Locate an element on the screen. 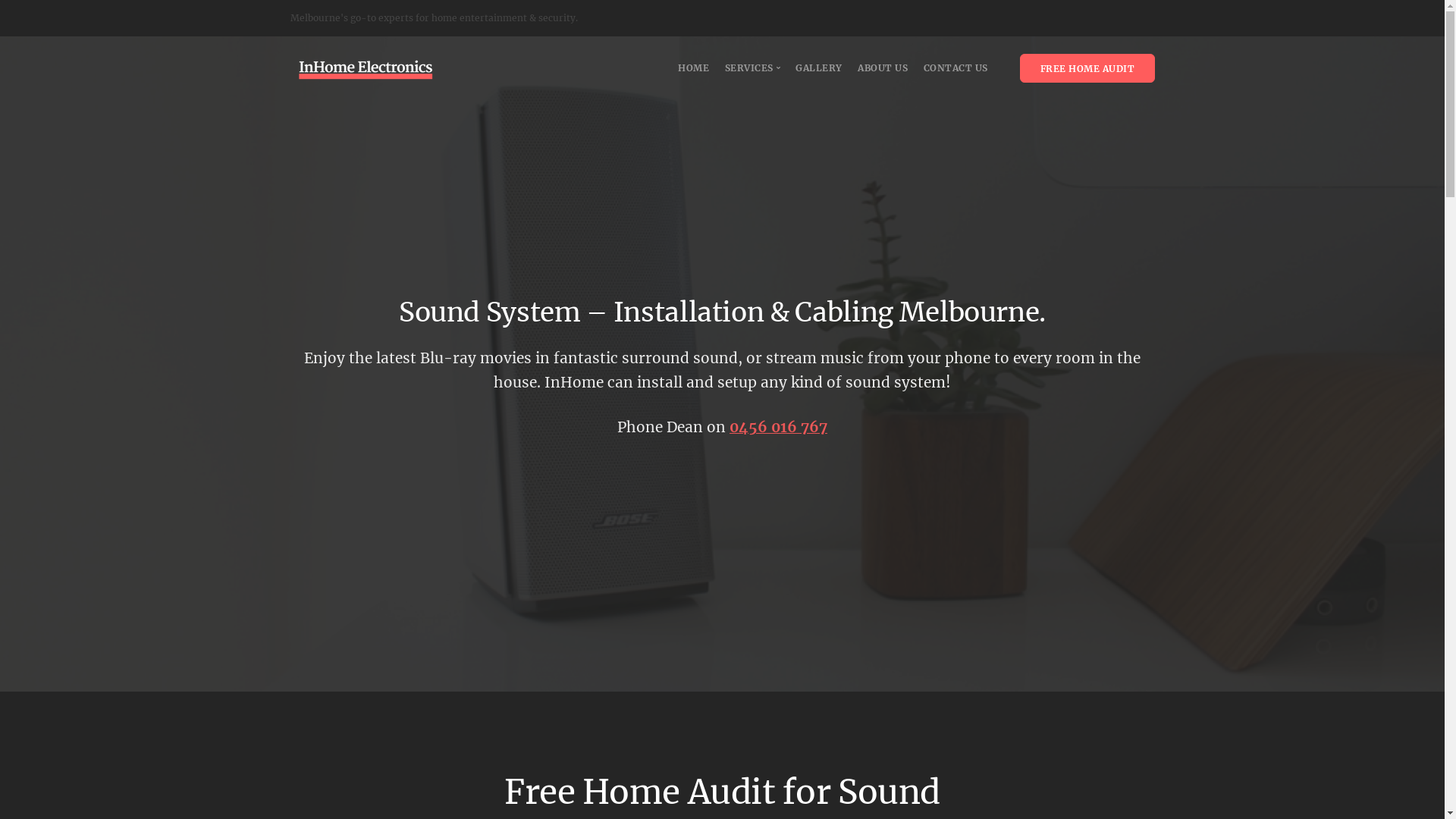 This screenshot has height=819, width=1456. 'ABOUT US' is located at coordinates (858, 67).